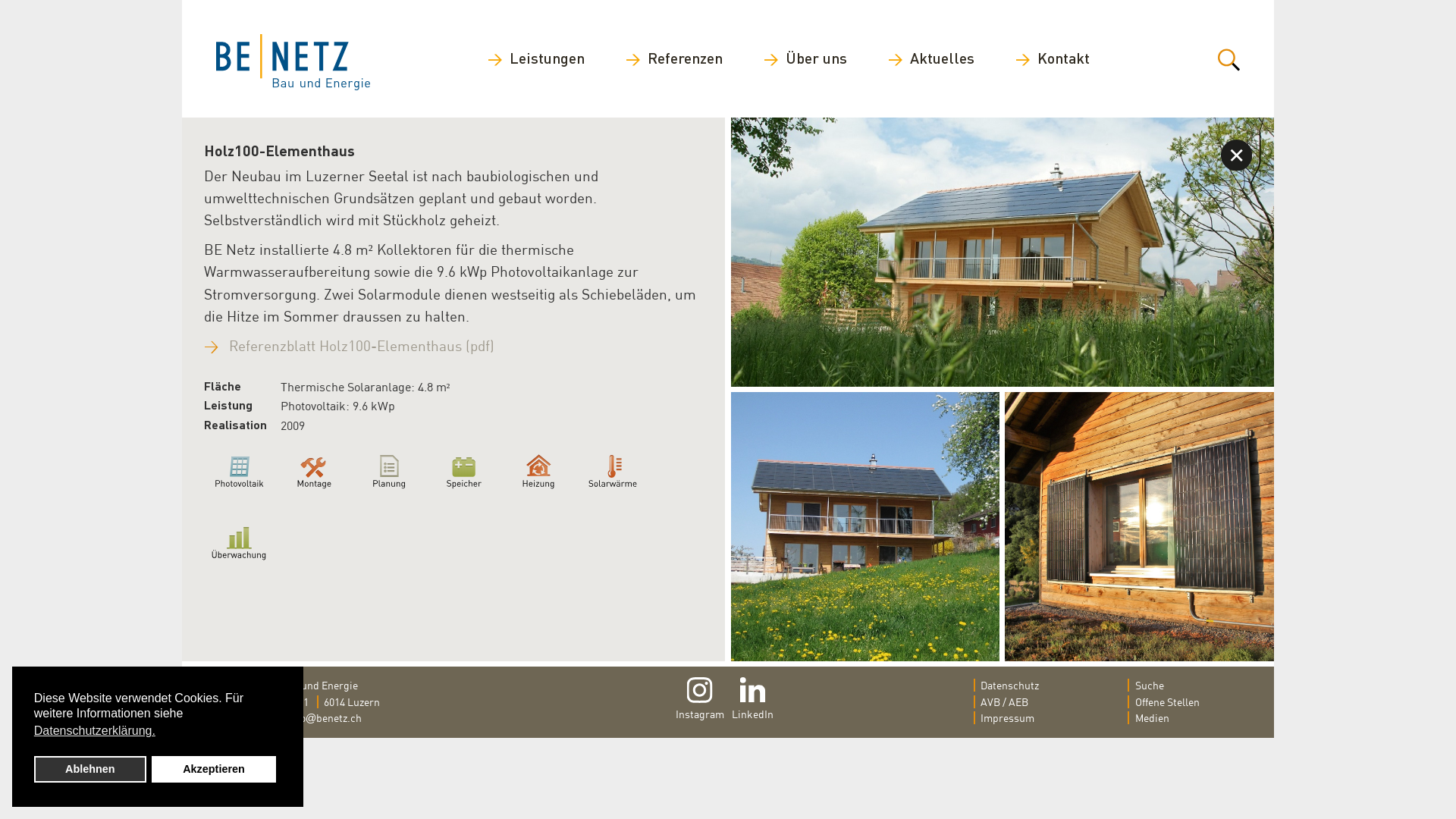 This screenshot has width=1456, height=819. I want to click on 'Leistungen', so click(466, 57).